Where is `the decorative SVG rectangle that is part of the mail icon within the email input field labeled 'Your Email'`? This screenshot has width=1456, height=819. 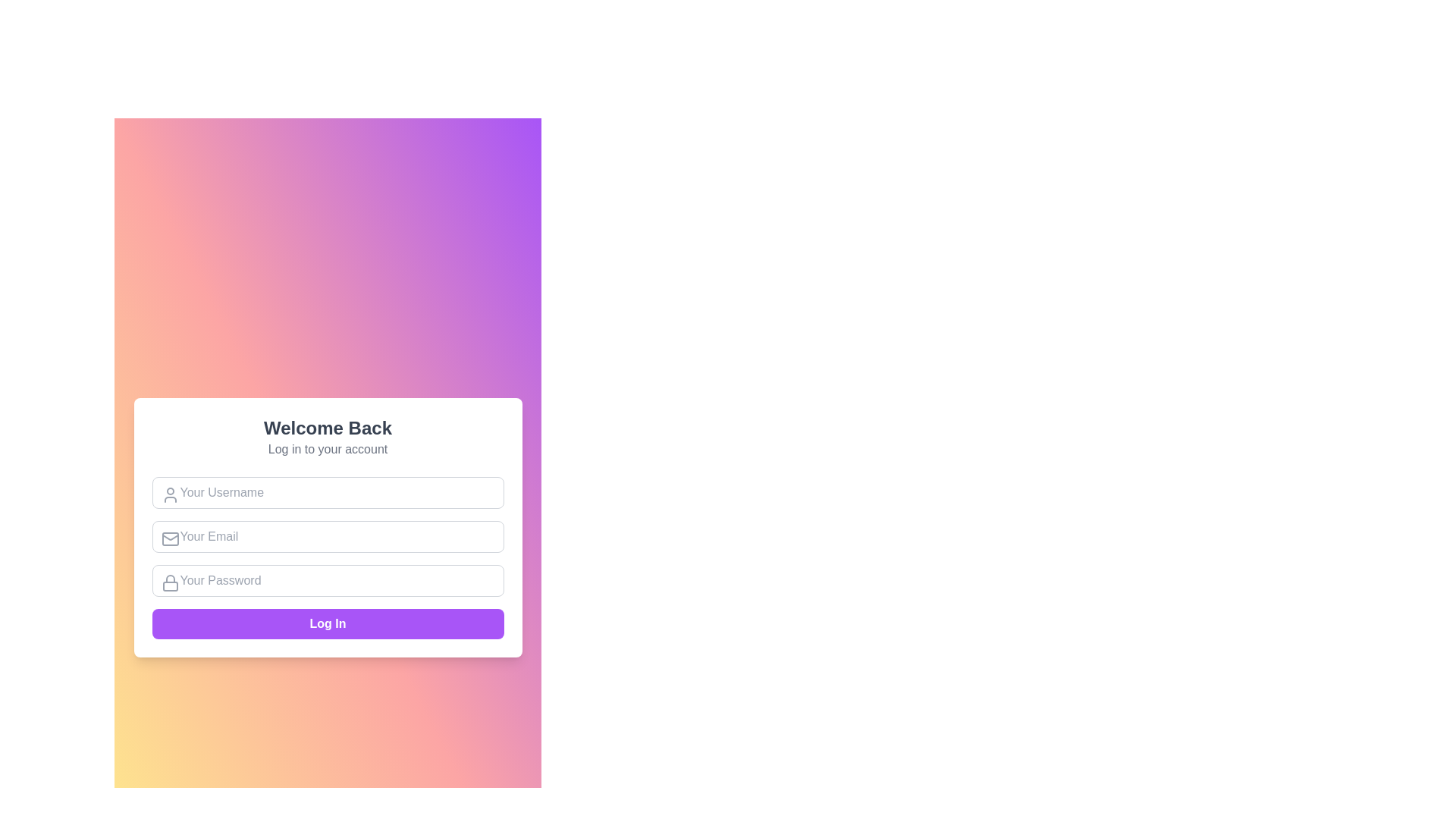 the decorative SVG rectangle that is part of the mail icon within the email input field labeled 'Your Email' is located at coordinates (170, 538).